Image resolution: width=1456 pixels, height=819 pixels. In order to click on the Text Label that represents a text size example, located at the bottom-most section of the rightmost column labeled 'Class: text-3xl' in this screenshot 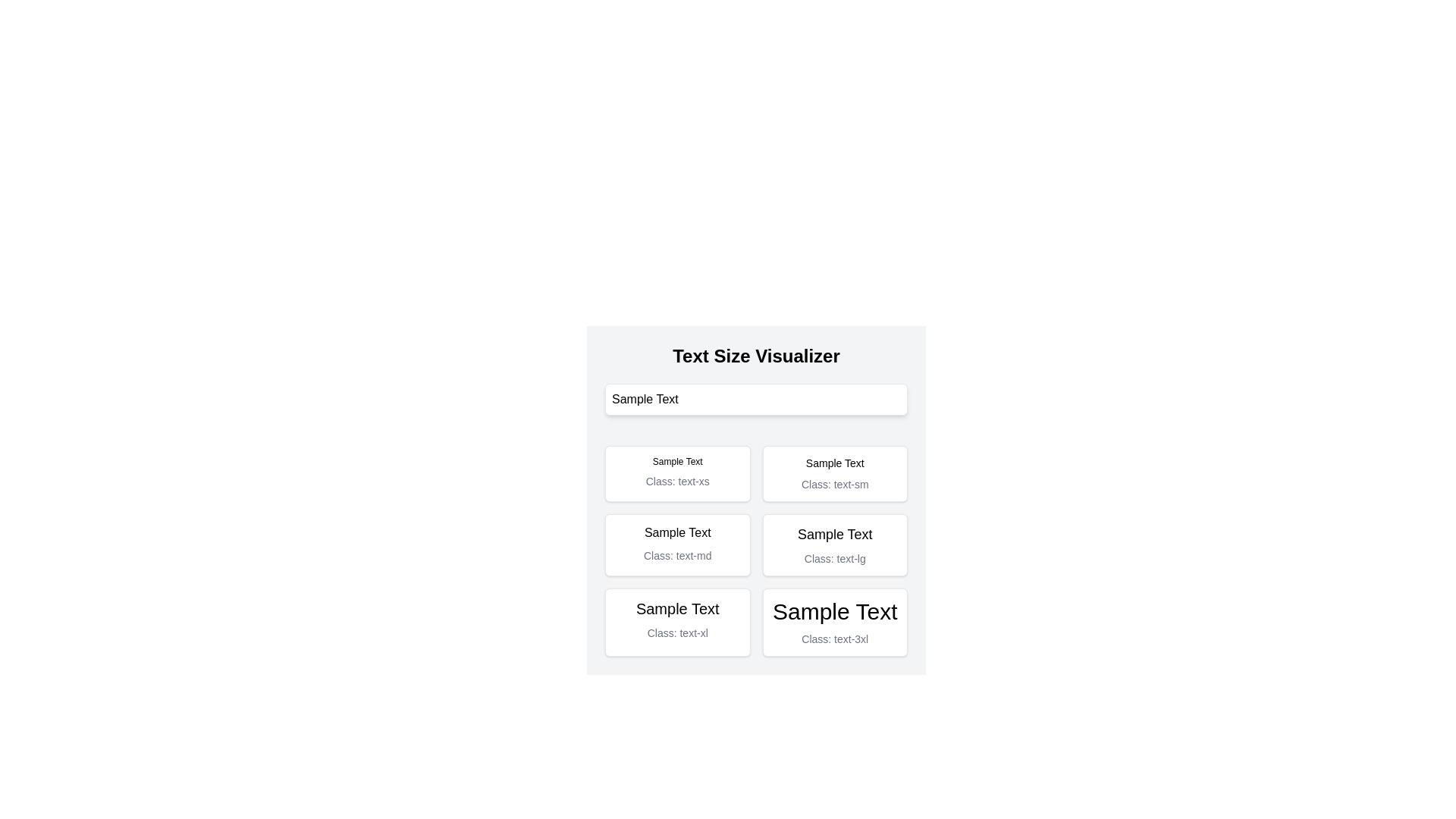, I will do `click(834, 610)`.